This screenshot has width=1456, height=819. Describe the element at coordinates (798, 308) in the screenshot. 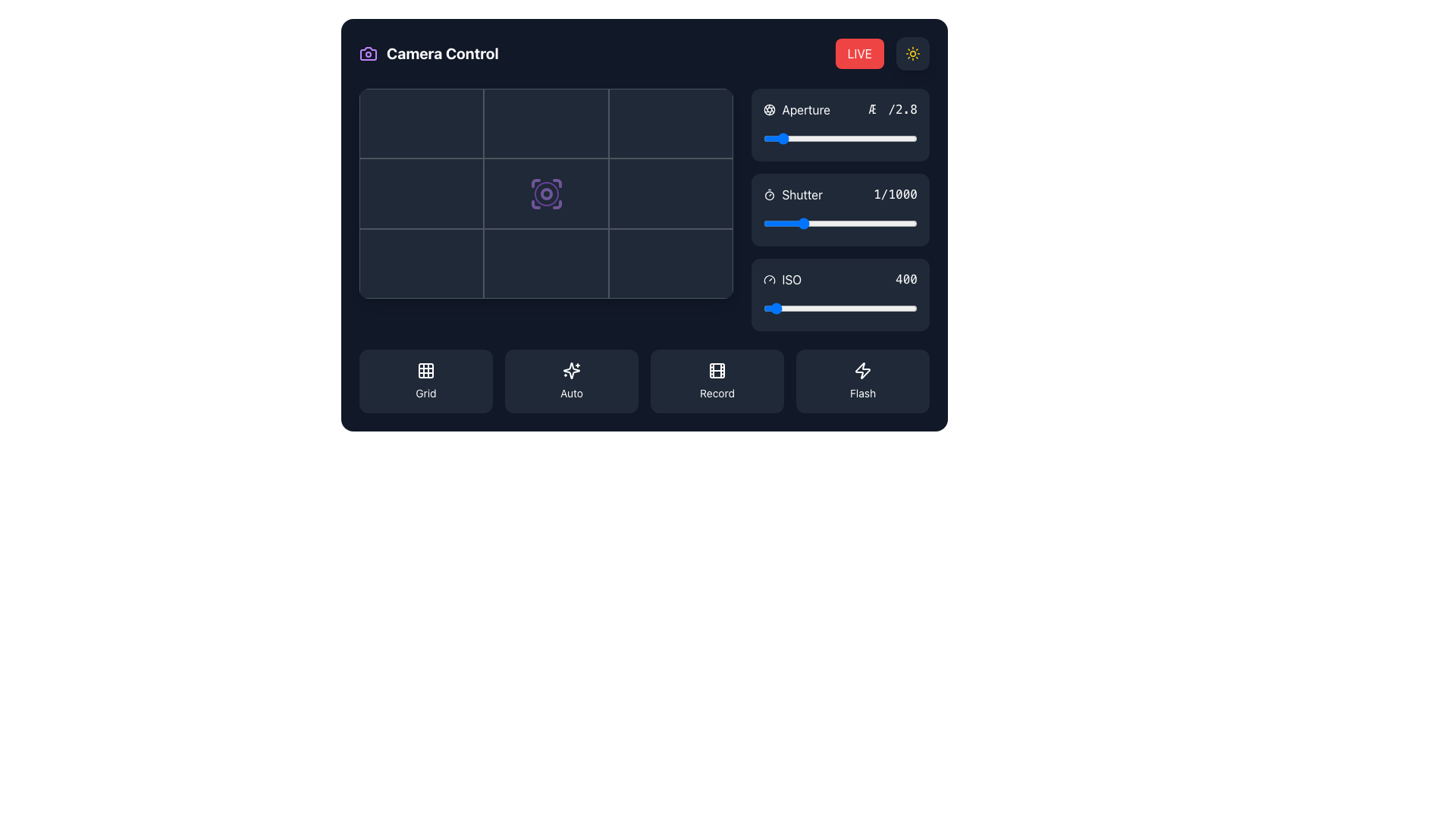

I see `ISO value` at that location.